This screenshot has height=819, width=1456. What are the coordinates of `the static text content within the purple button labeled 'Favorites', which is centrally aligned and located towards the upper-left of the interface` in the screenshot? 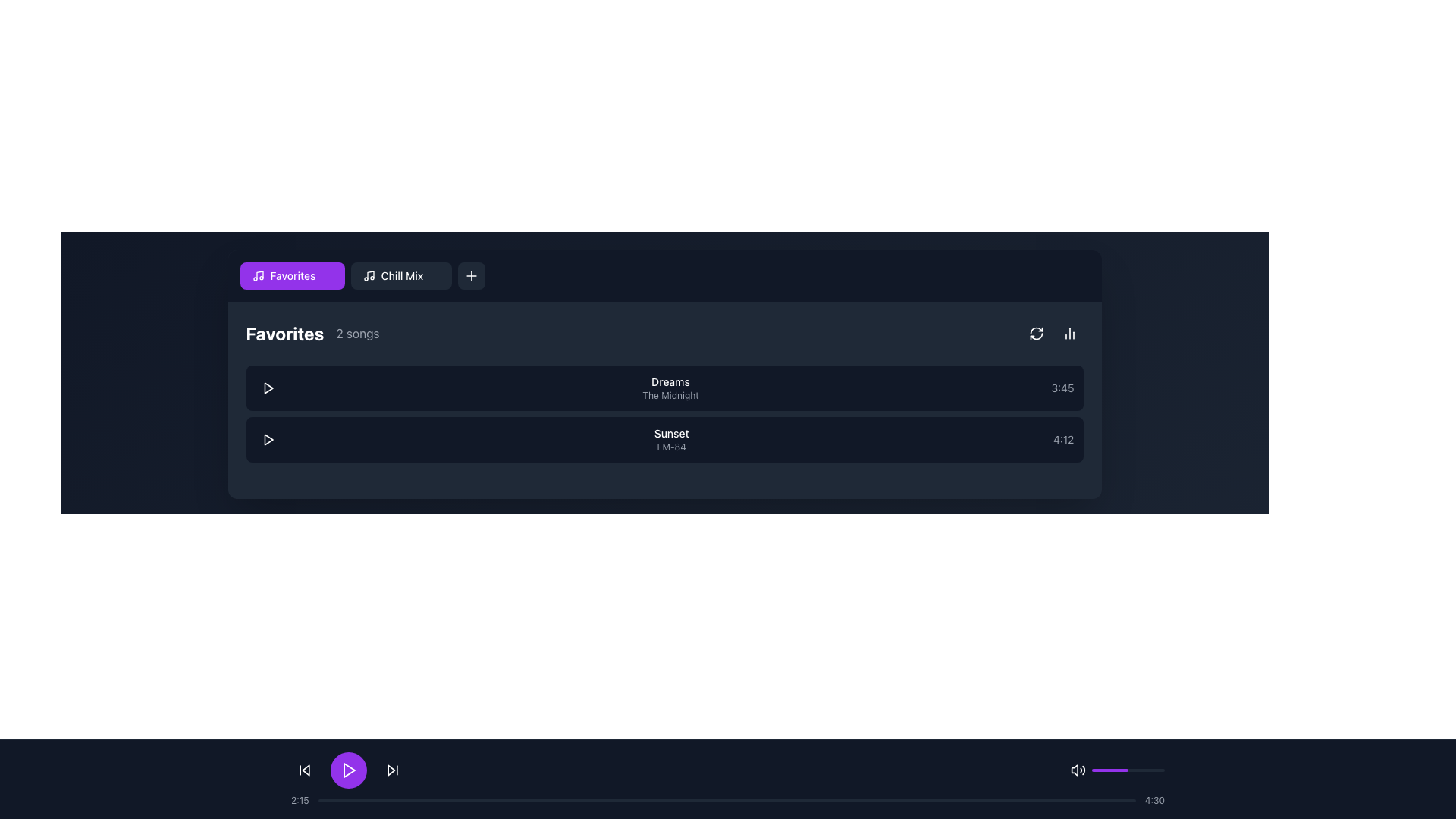 It's located at (293, 275).